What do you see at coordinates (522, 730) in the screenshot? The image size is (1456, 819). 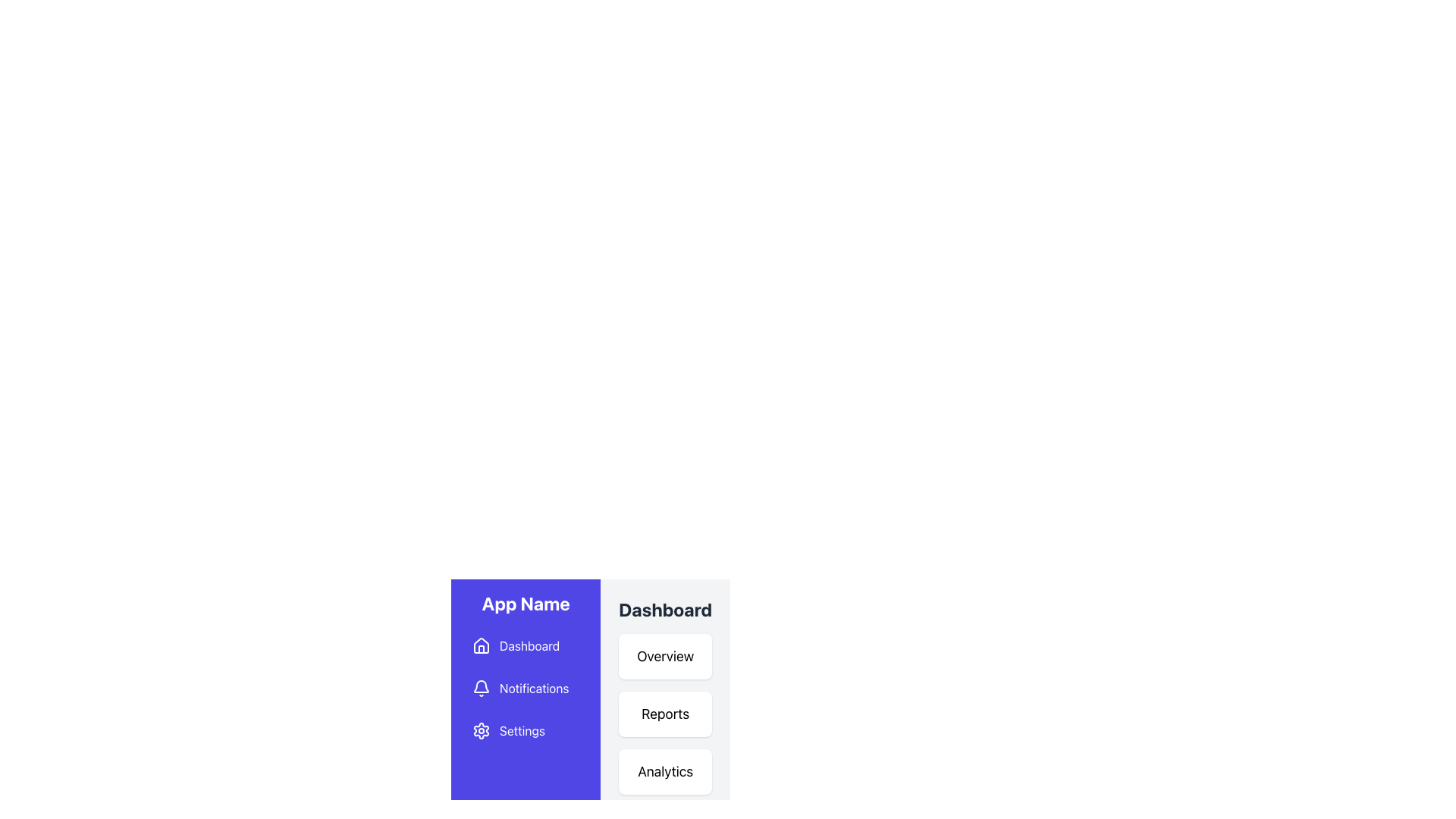 I see `the 'Settings' text label located in the blue sidebar menu, which is positioned to the right of a gear icon and below the 'Notifications' item` at bounding box center [522, 730].